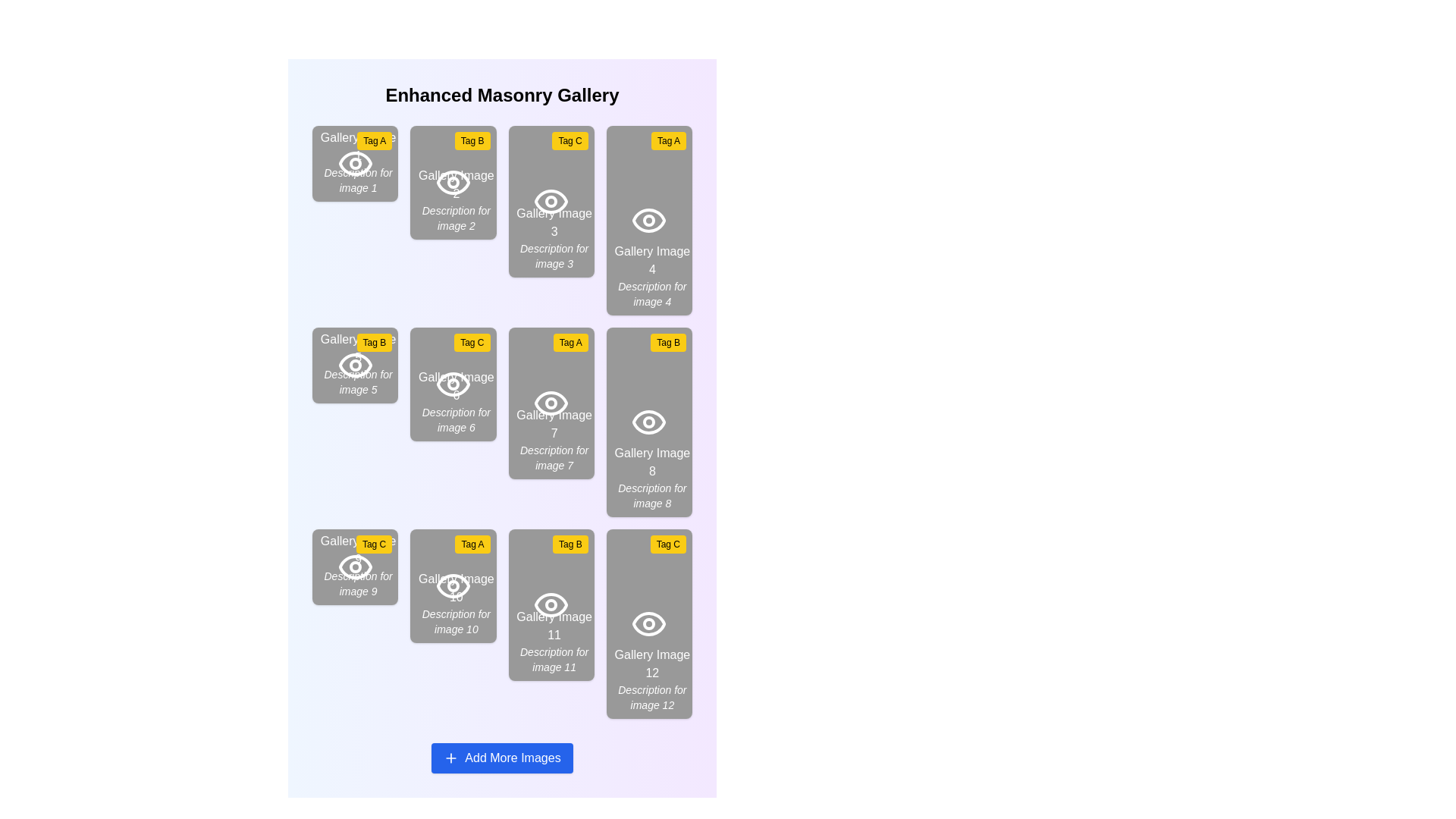 The width and height of the screenshot is (1456, 819). What do you see at coordinates (354, 366) in the screenshot?
I see `the gallery card located in the second row, first column` at bounding box center [354, 366].